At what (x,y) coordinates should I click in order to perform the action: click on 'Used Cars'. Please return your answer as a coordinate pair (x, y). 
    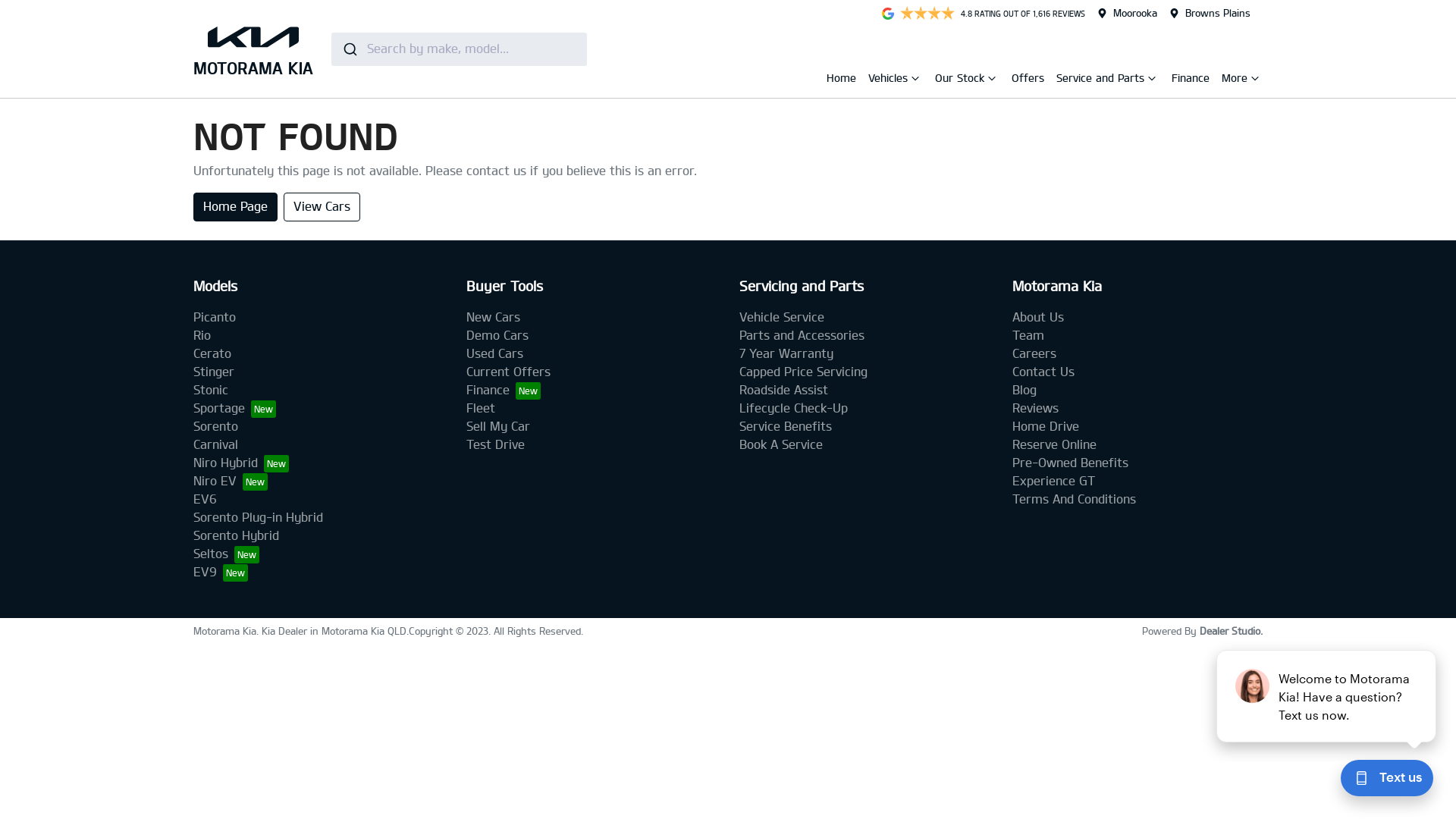
    Looking at the image, I should click on (494, 353).